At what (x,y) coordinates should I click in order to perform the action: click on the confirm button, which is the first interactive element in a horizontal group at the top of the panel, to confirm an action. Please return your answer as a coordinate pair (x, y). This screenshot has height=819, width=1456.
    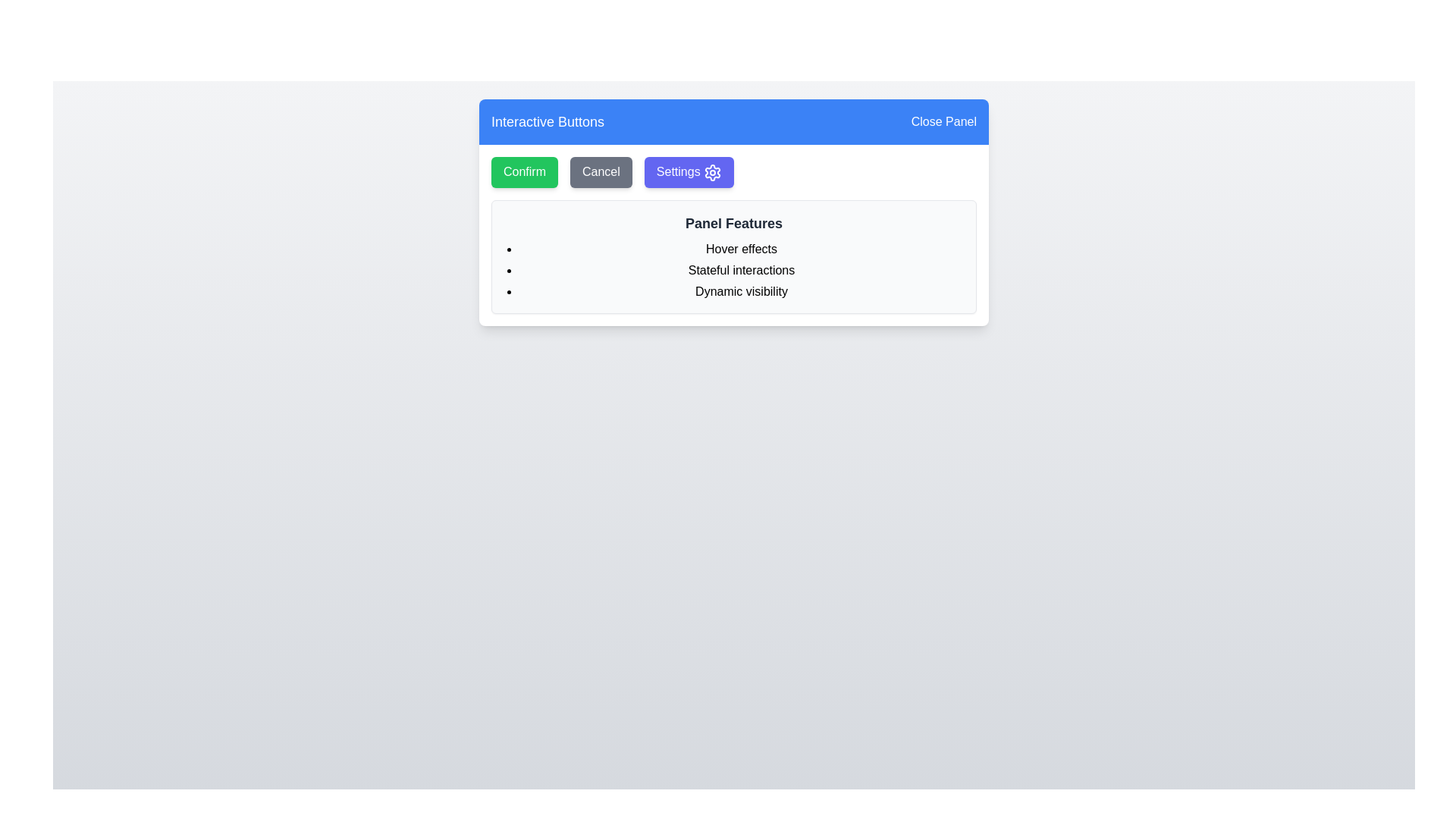
    Looking at the image, I should click on (524, 171).